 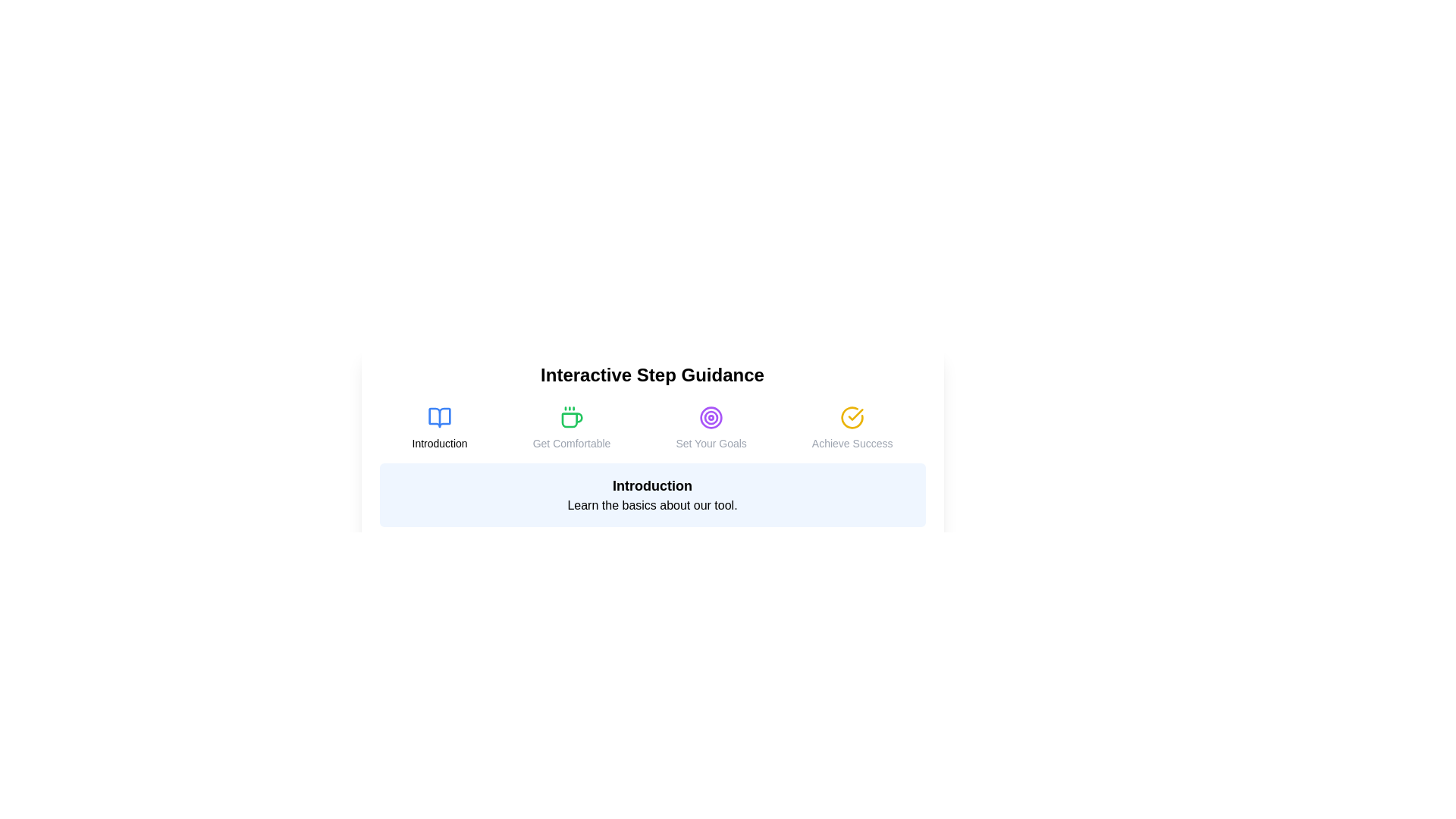 What do you see at coordinates (711, 418) in the screenshot?
I see `the circular purple icon located above the text 'Set Your Goals' in the 'Interactive Step Guidance' section` at bounding box center [711, 418].